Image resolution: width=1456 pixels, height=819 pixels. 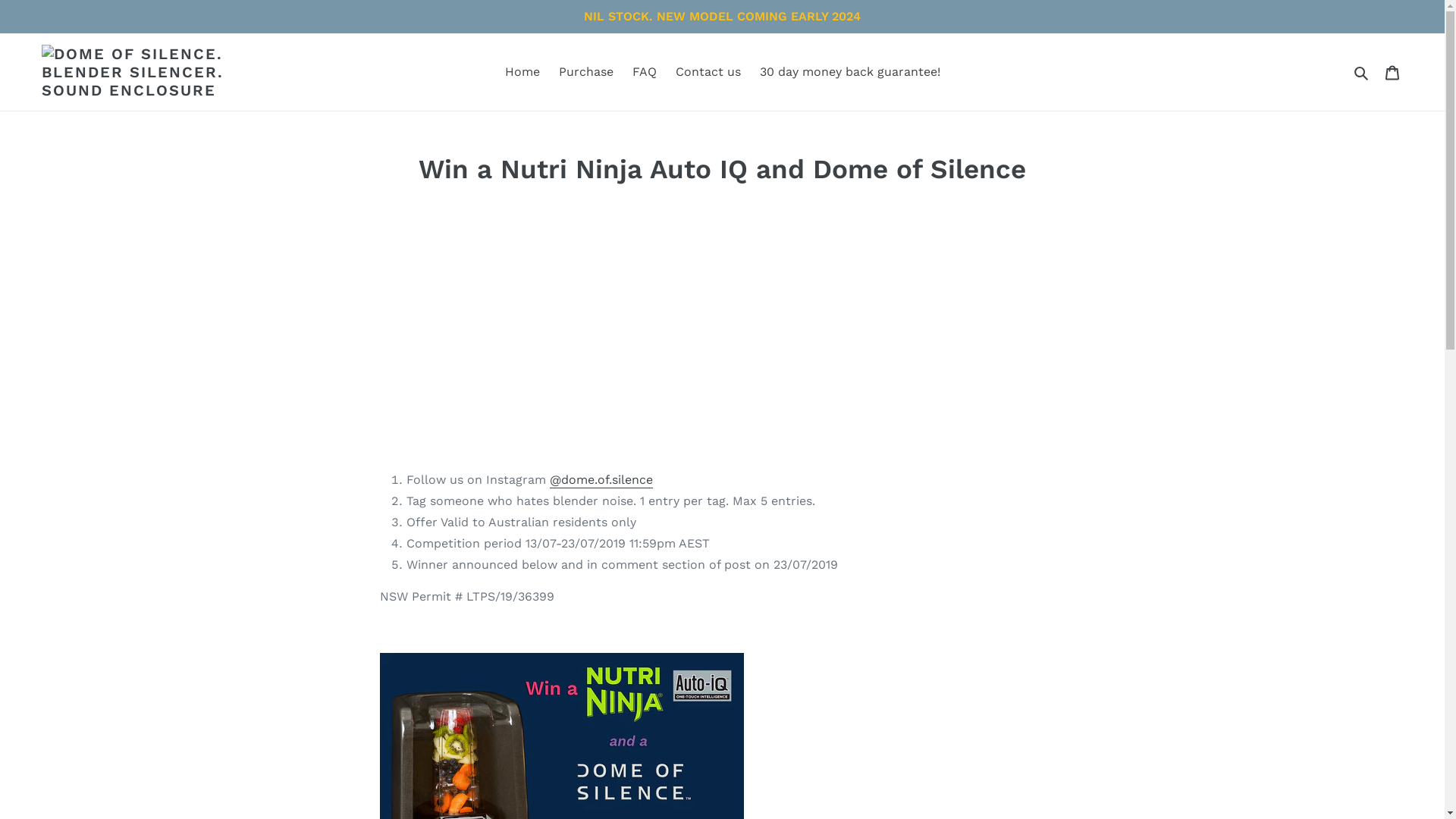 I want to click on '@dome.of.silence', so click(x=600, y=480).